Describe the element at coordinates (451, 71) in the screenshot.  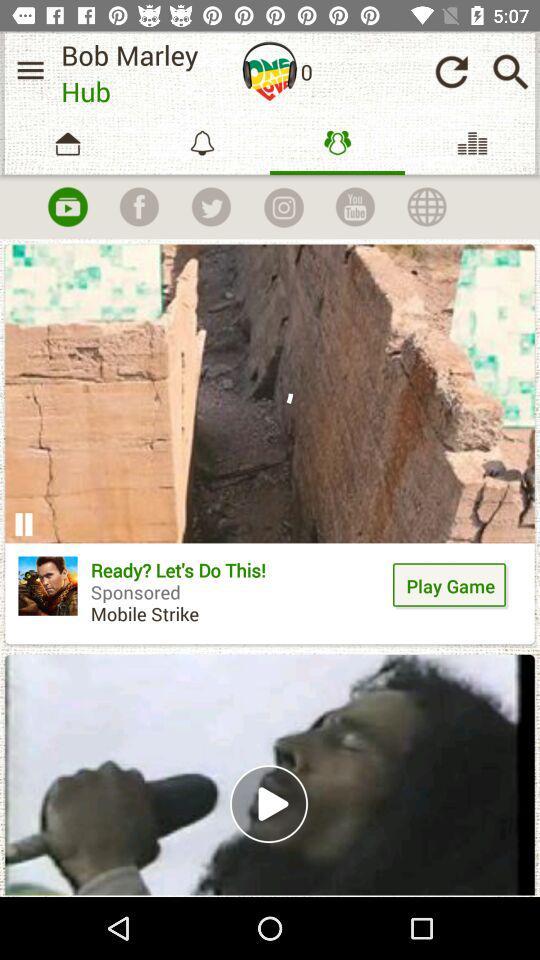
I see `the item to the right of the 0 item` at that location.